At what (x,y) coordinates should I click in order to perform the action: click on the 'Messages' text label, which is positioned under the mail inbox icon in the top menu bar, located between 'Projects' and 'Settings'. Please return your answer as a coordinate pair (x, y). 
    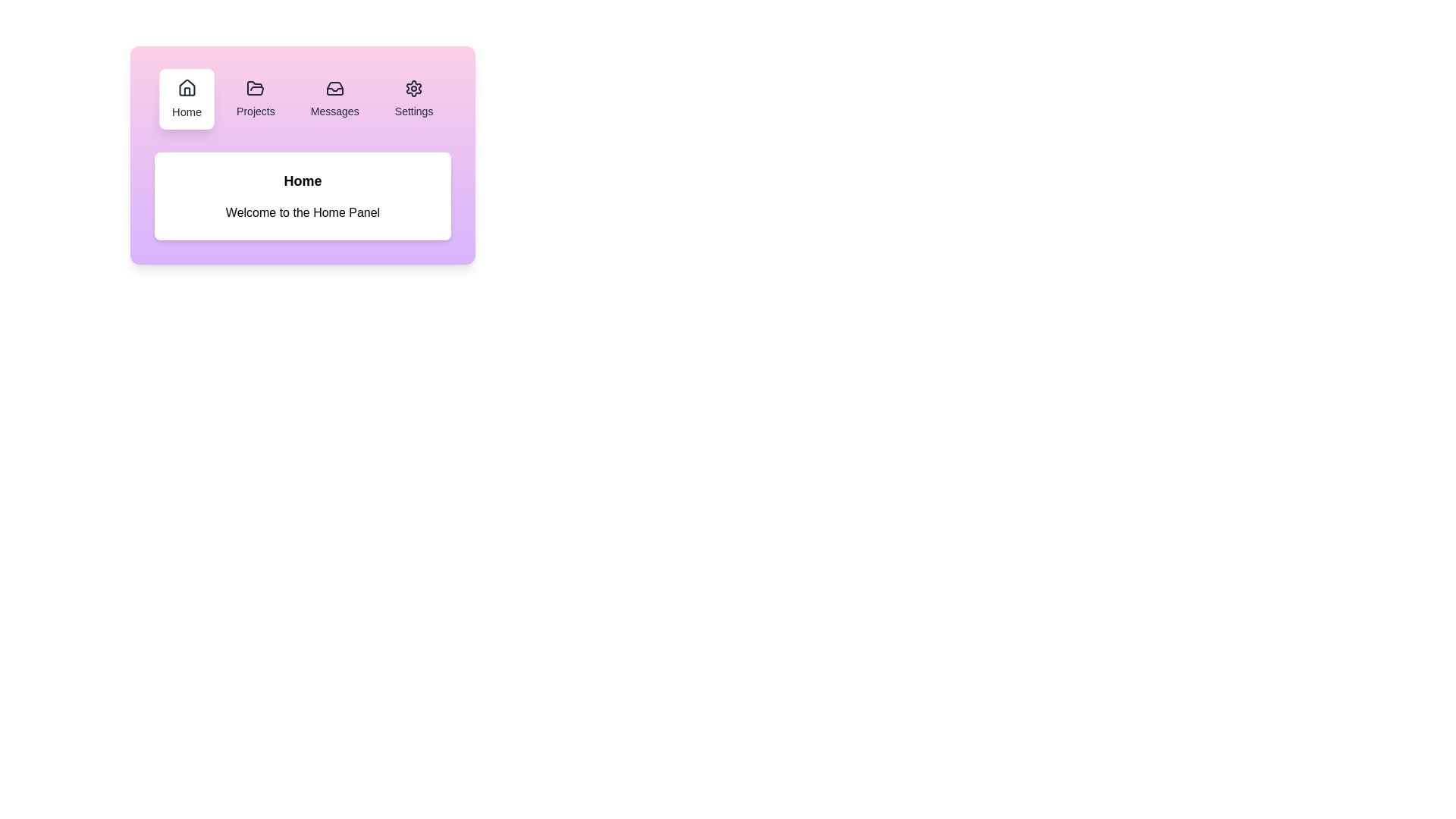
    Looking at the image, I should click on (334, 110).